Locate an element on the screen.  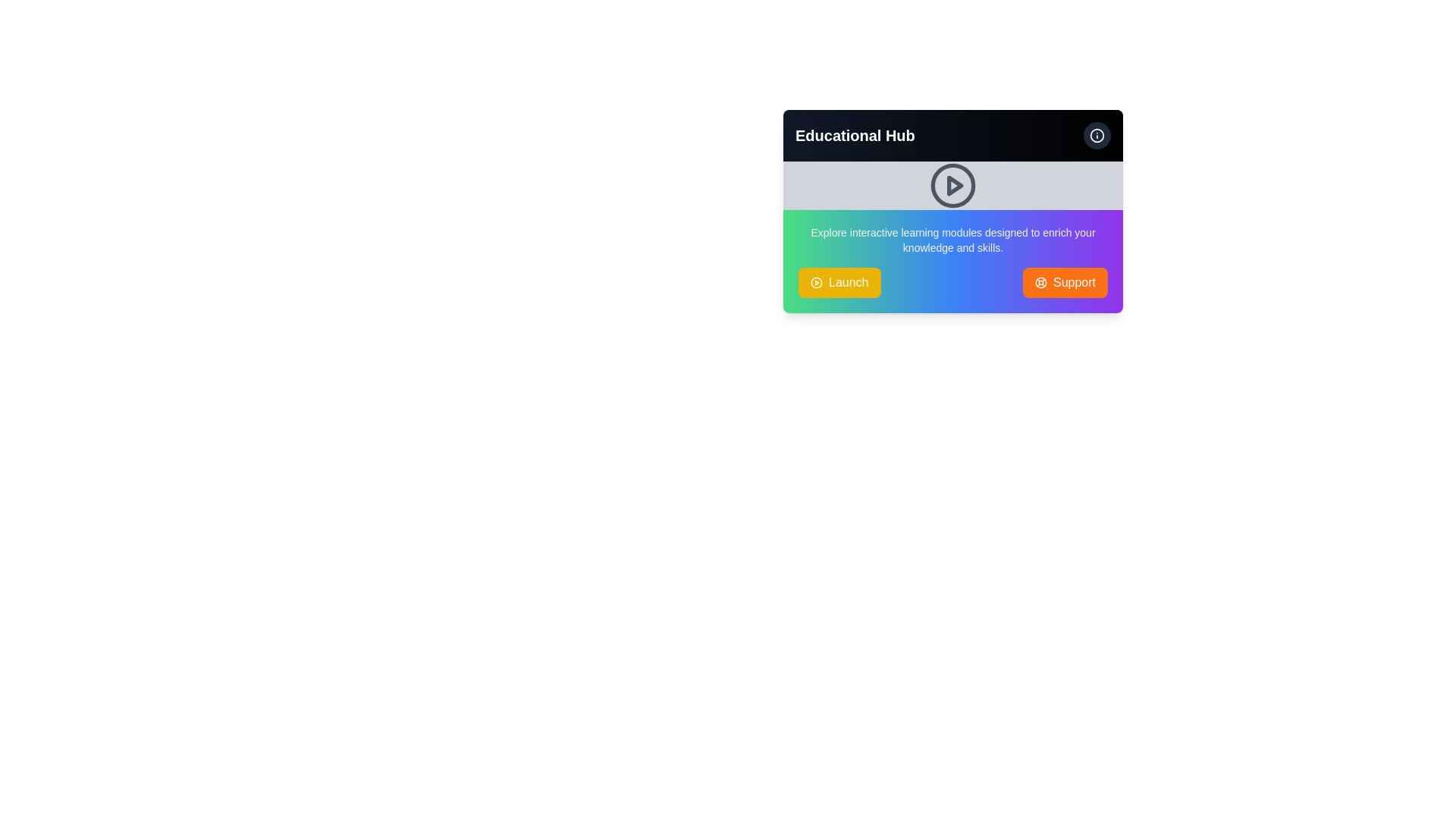
the decorative circular shape located at the center of the gray horizontal banner, which is part of the play button design is located at coordinates (952, 184).